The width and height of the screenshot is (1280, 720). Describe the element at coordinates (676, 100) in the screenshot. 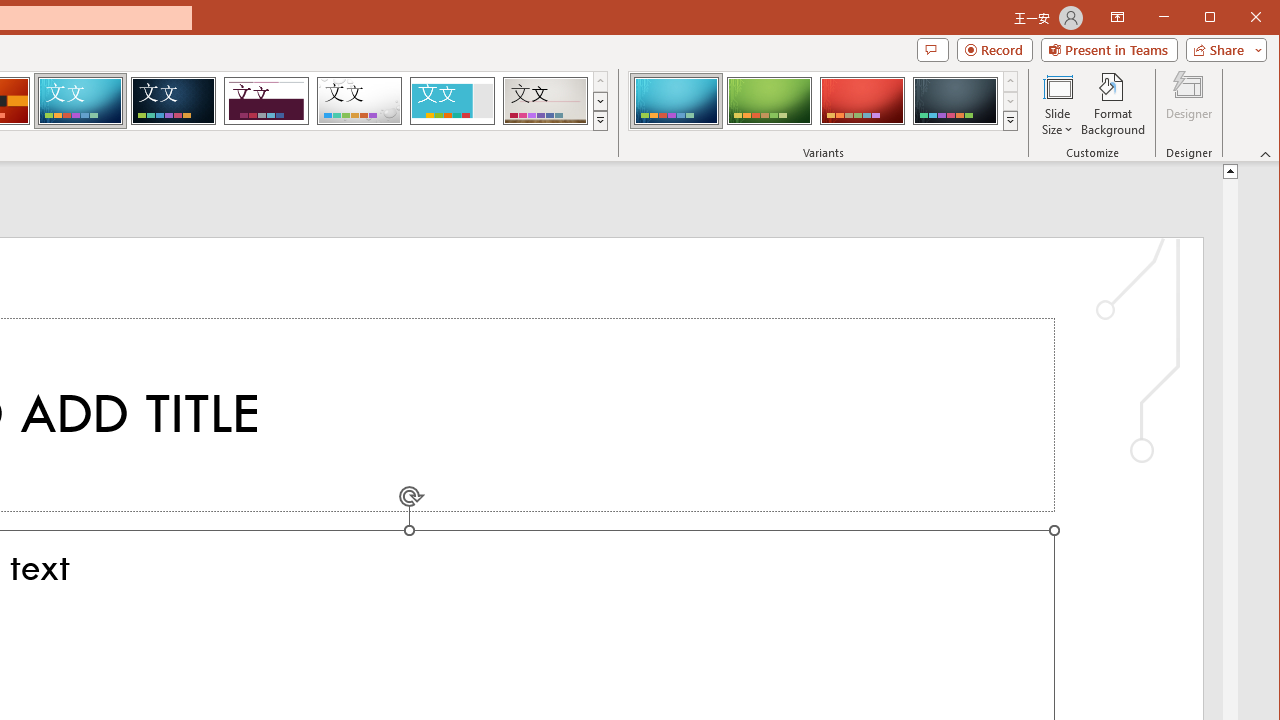

I see `'Circuit Variant 1'` at that location.